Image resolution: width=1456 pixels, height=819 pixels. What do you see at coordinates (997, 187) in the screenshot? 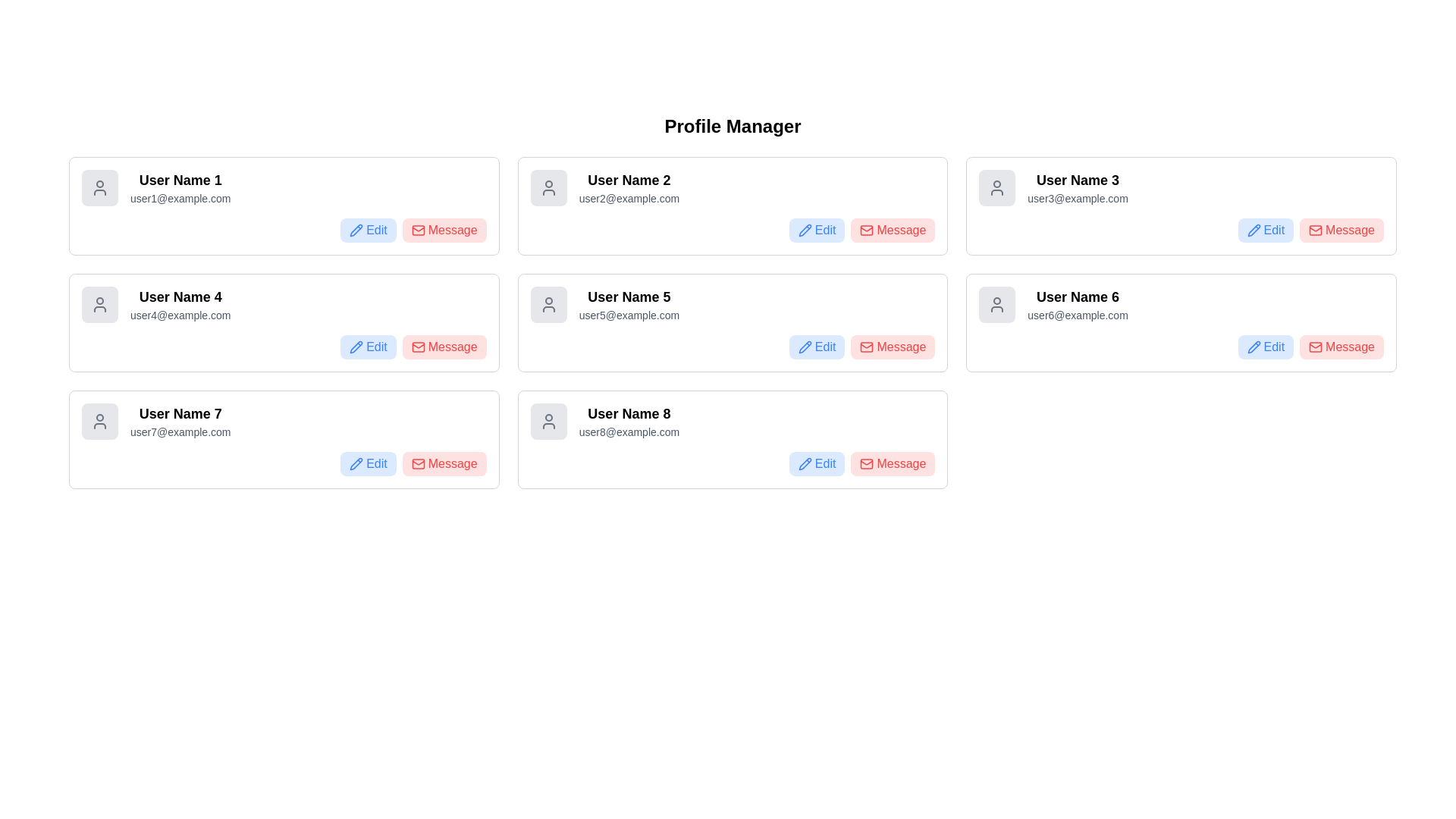
I see `the user profile icon in the top-right corner of the interface, which is part of the 'User Name 3' profile card` at bounding box center [997, 187].